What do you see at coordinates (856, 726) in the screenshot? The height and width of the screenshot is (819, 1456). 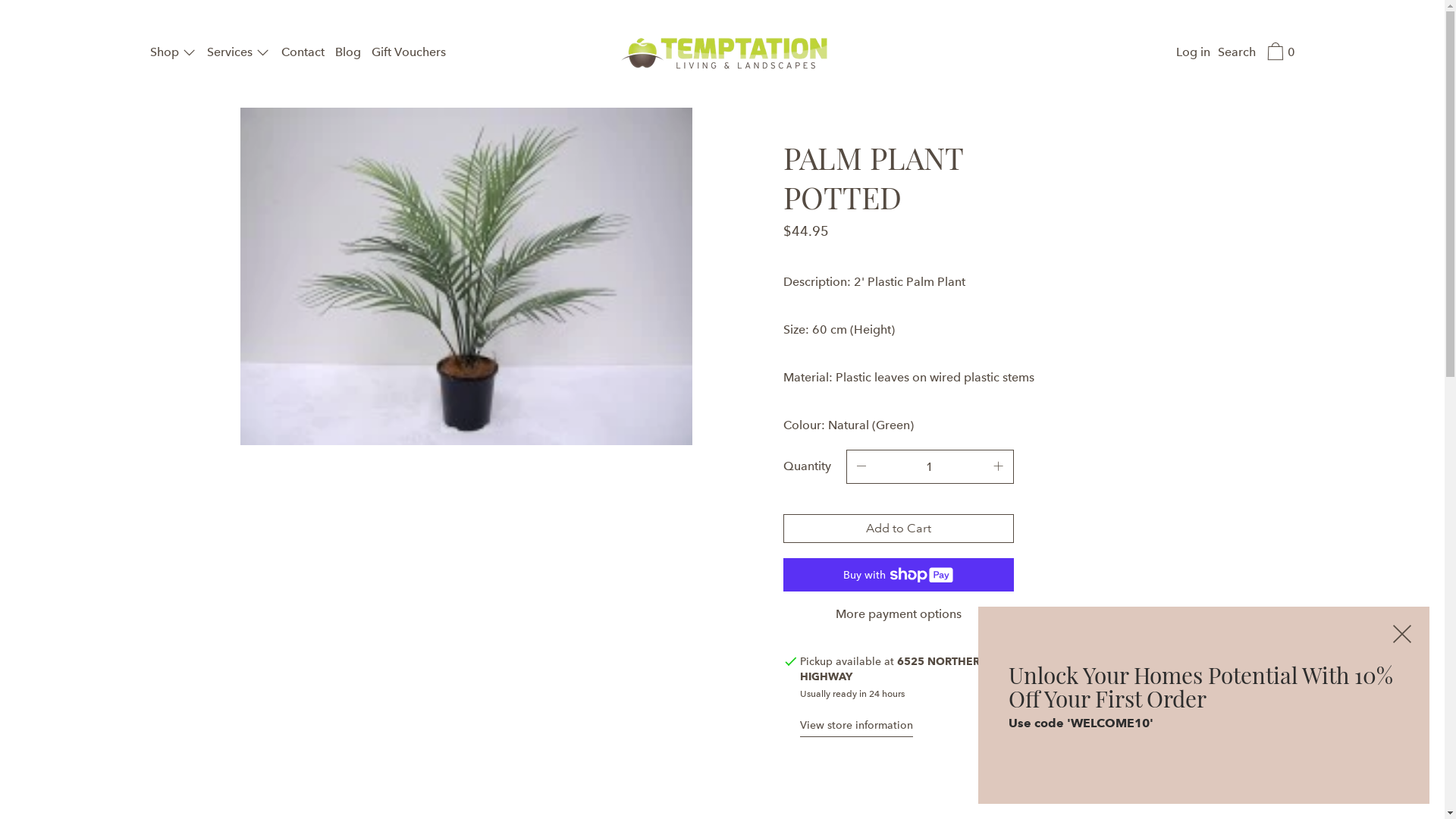 I see `'View store information'` at bounding box center [856, 726].